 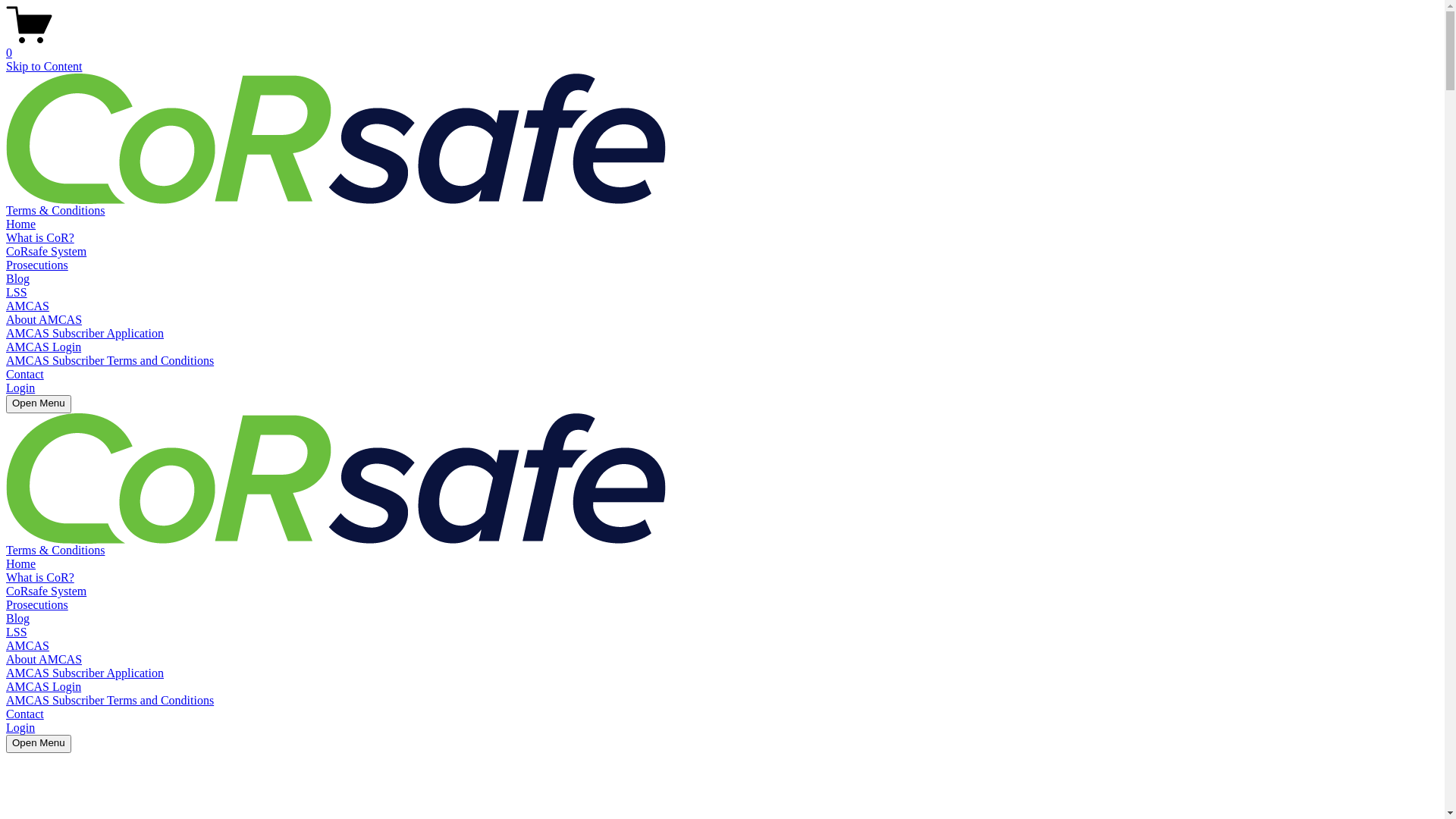 I want to click on 'AMCAS Subscriber Terms and Conditions', so click(x=108, y=360).